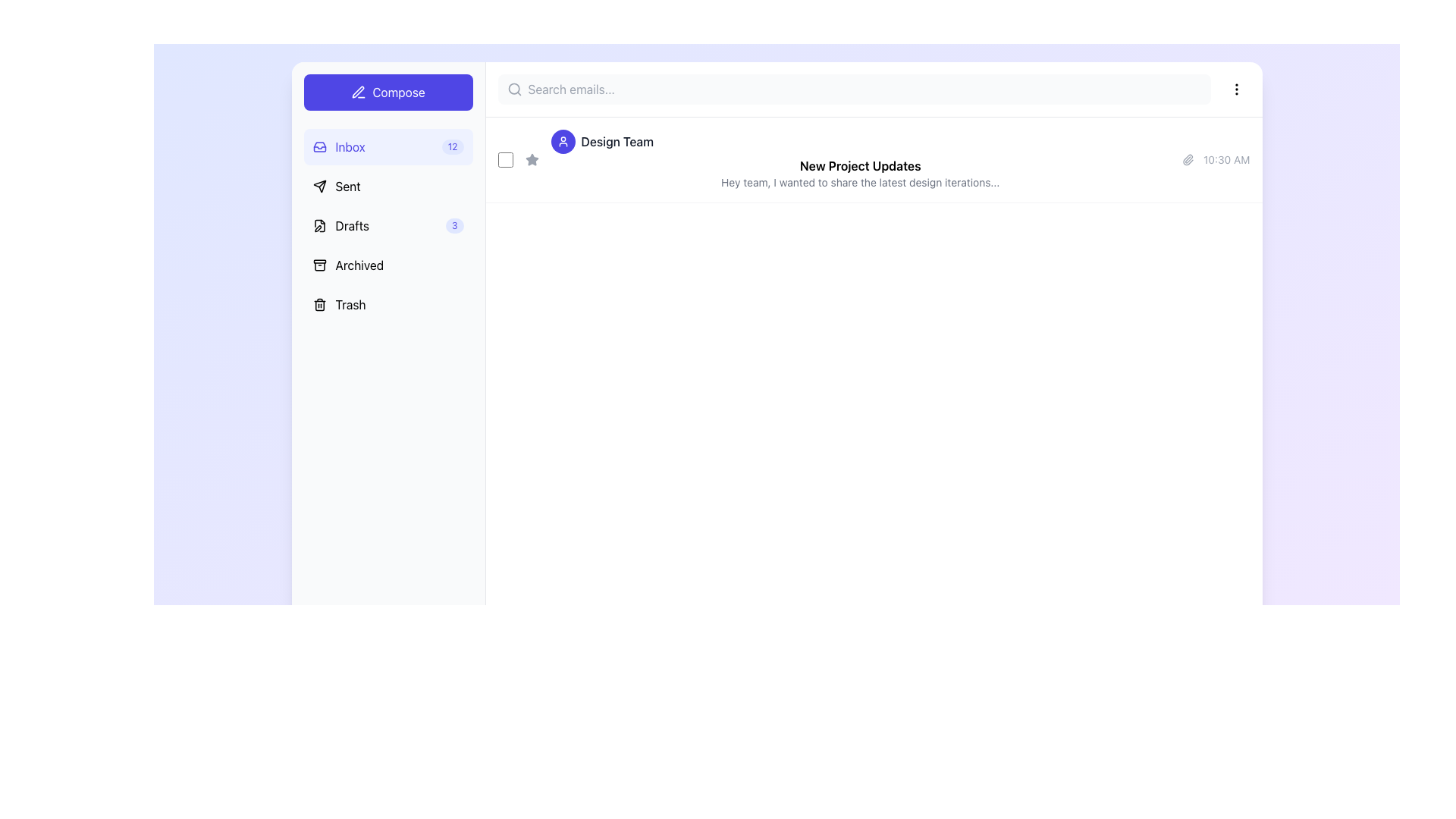 Image resolution: width=1456 pixels, height=819 pixels. Describe the element at coordinates (318, 265) in the screenshot. I see `the outlined archive icon located in the left-hand navigation menu adjacent to the label 'Archived' to interact or navigate` at that location.